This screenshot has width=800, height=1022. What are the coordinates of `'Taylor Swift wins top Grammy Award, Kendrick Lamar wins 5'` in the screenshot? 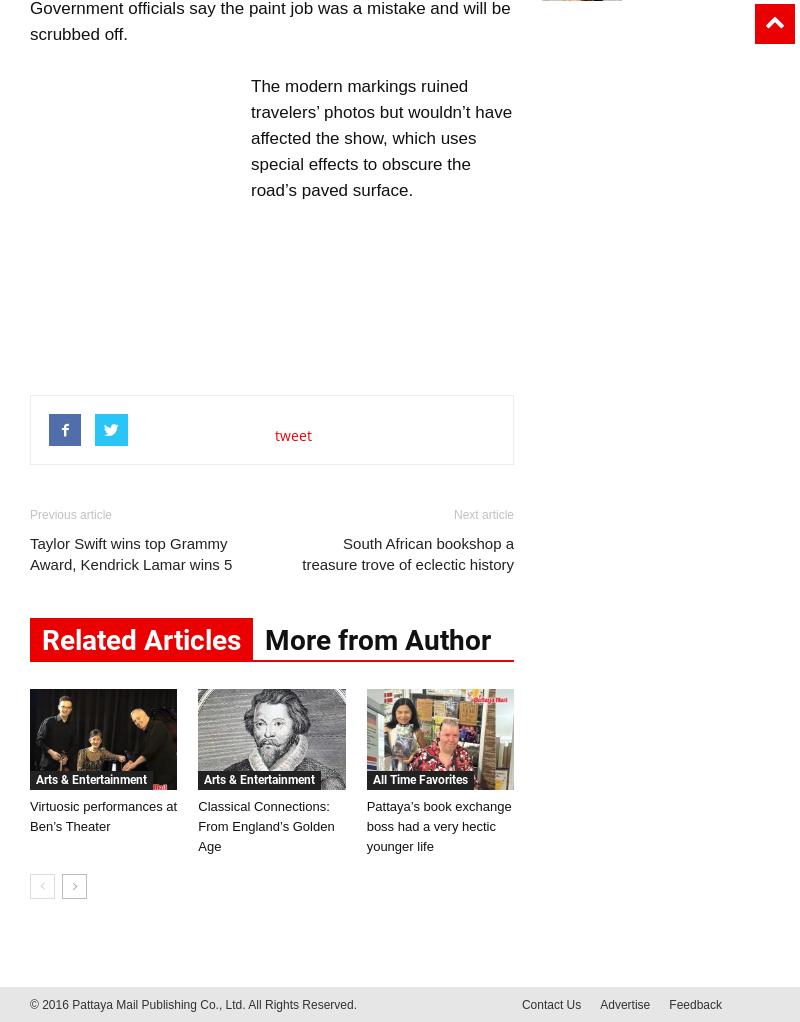 It's located at (129, 554).